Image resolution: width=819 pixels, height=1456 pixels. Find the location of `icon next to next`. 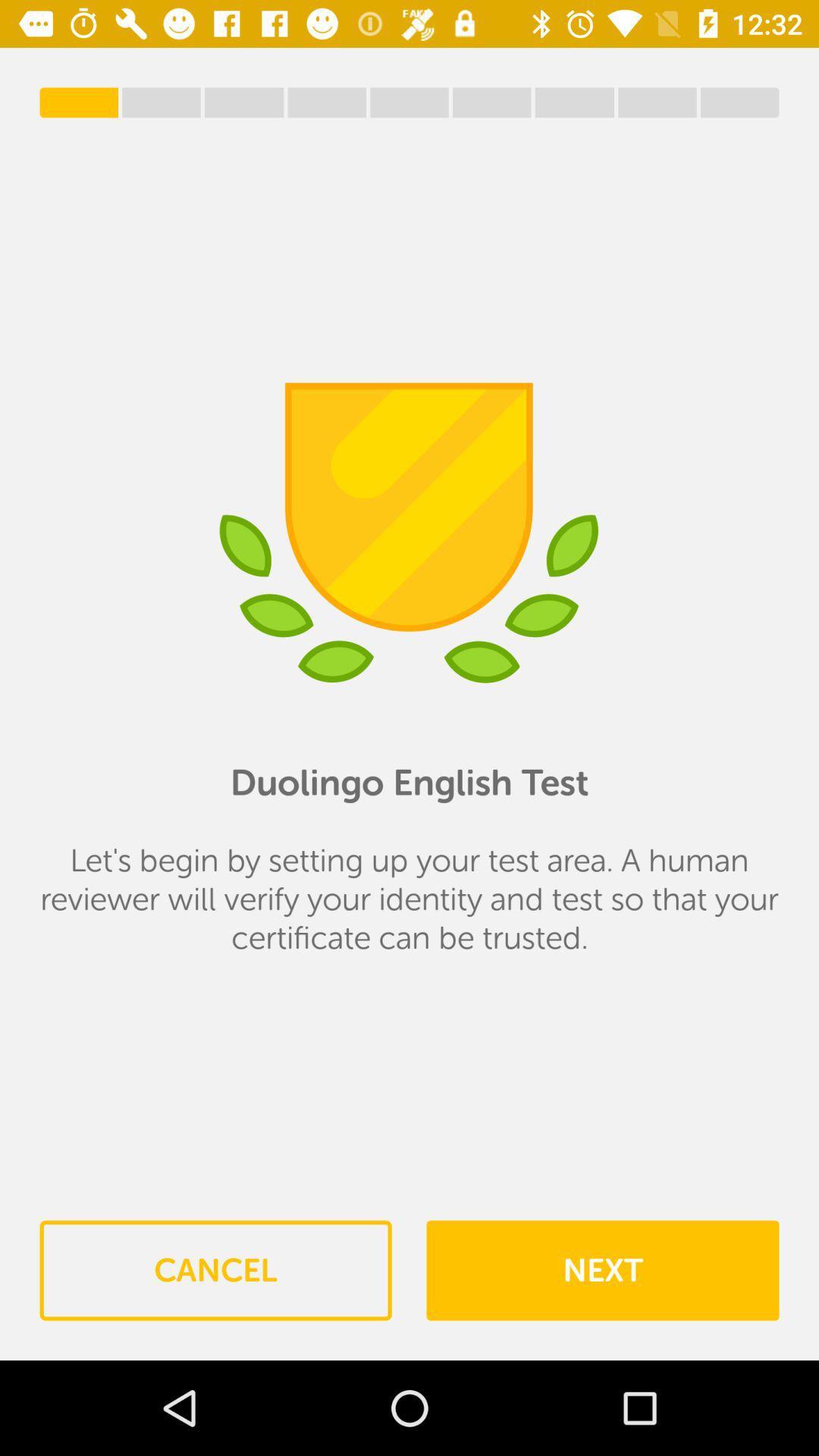

icon next to next is located at coordinates (215, 1270).